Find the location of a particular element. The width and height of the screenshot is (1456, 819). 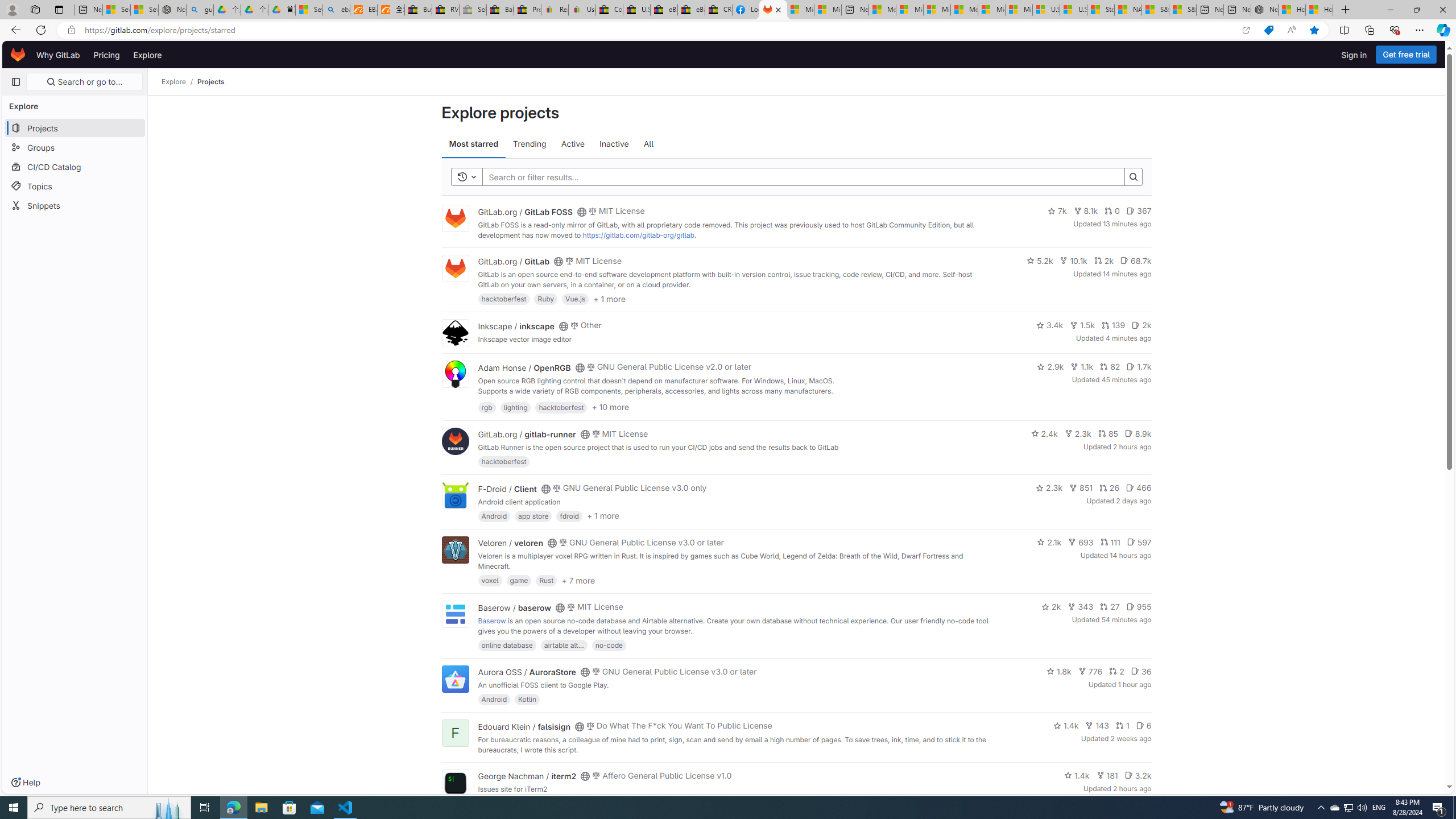

'Why GitLab' is located at coordinates (57, 54).